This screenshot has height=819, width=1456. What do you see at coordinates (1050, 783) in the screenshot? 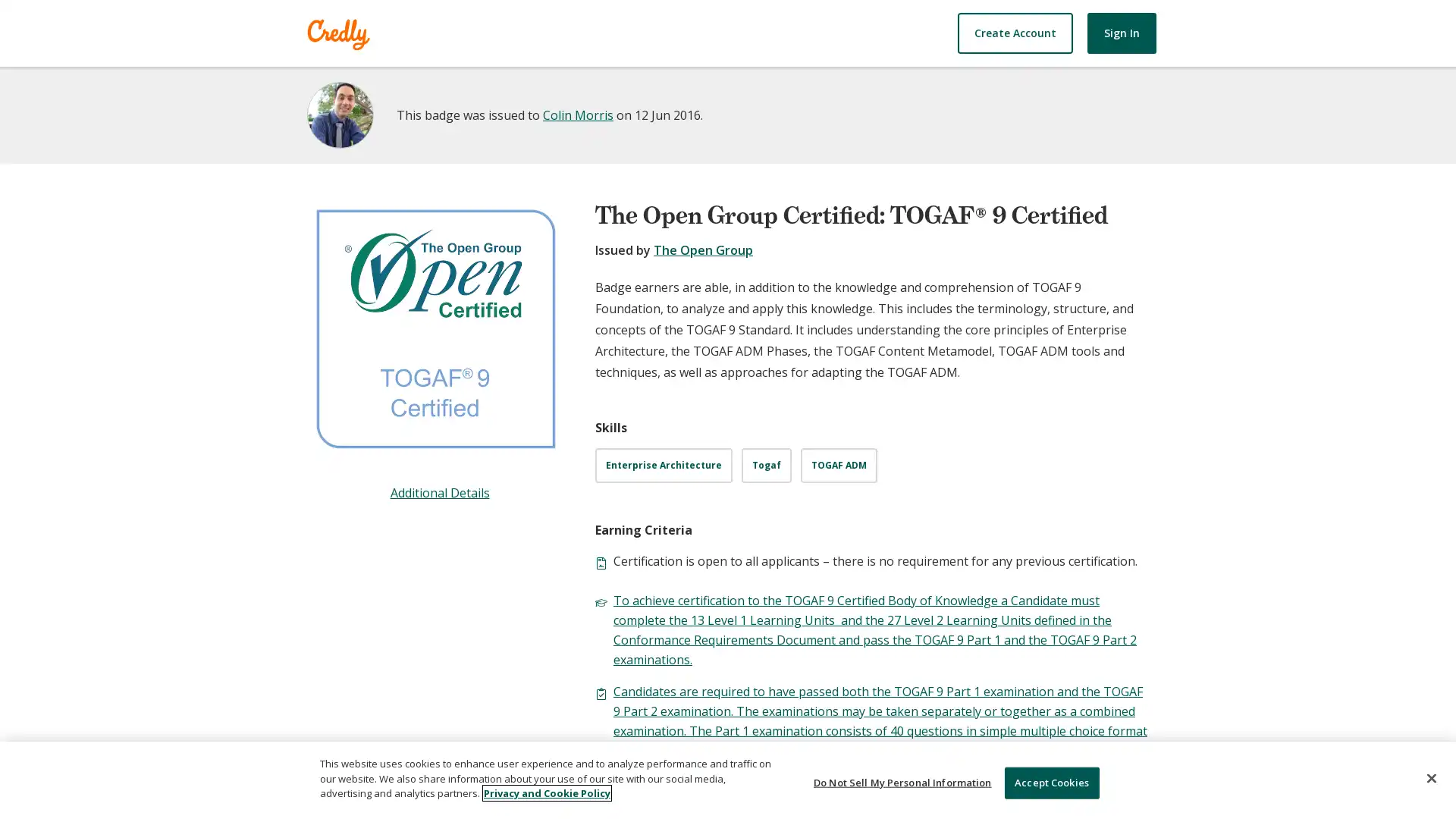
I see `Accept Cookies` at bounding box center [1050, 783].